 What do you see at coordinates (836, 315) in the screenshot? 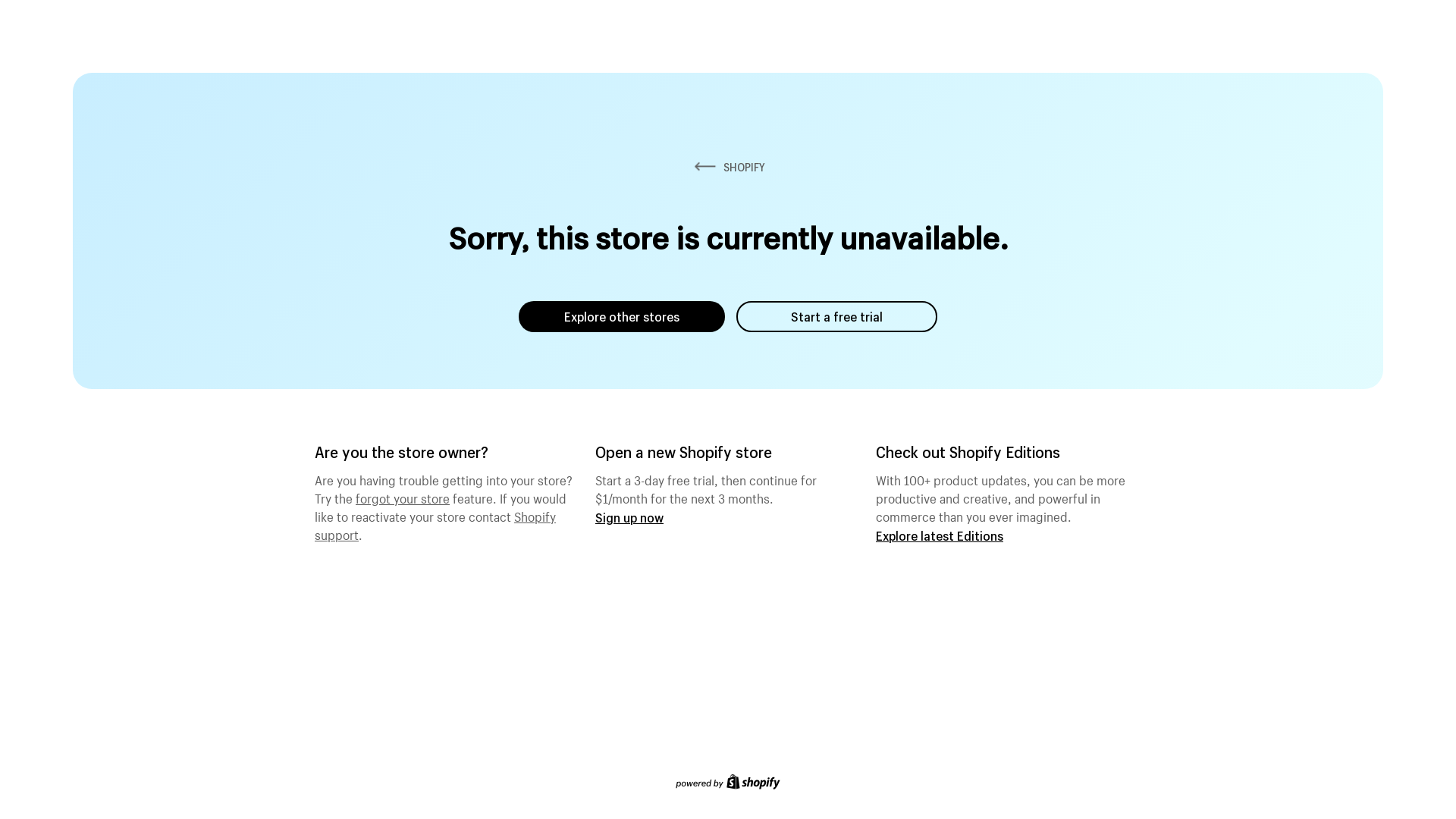
I see `'Start a free trial'` at bounding box center [836, 315].